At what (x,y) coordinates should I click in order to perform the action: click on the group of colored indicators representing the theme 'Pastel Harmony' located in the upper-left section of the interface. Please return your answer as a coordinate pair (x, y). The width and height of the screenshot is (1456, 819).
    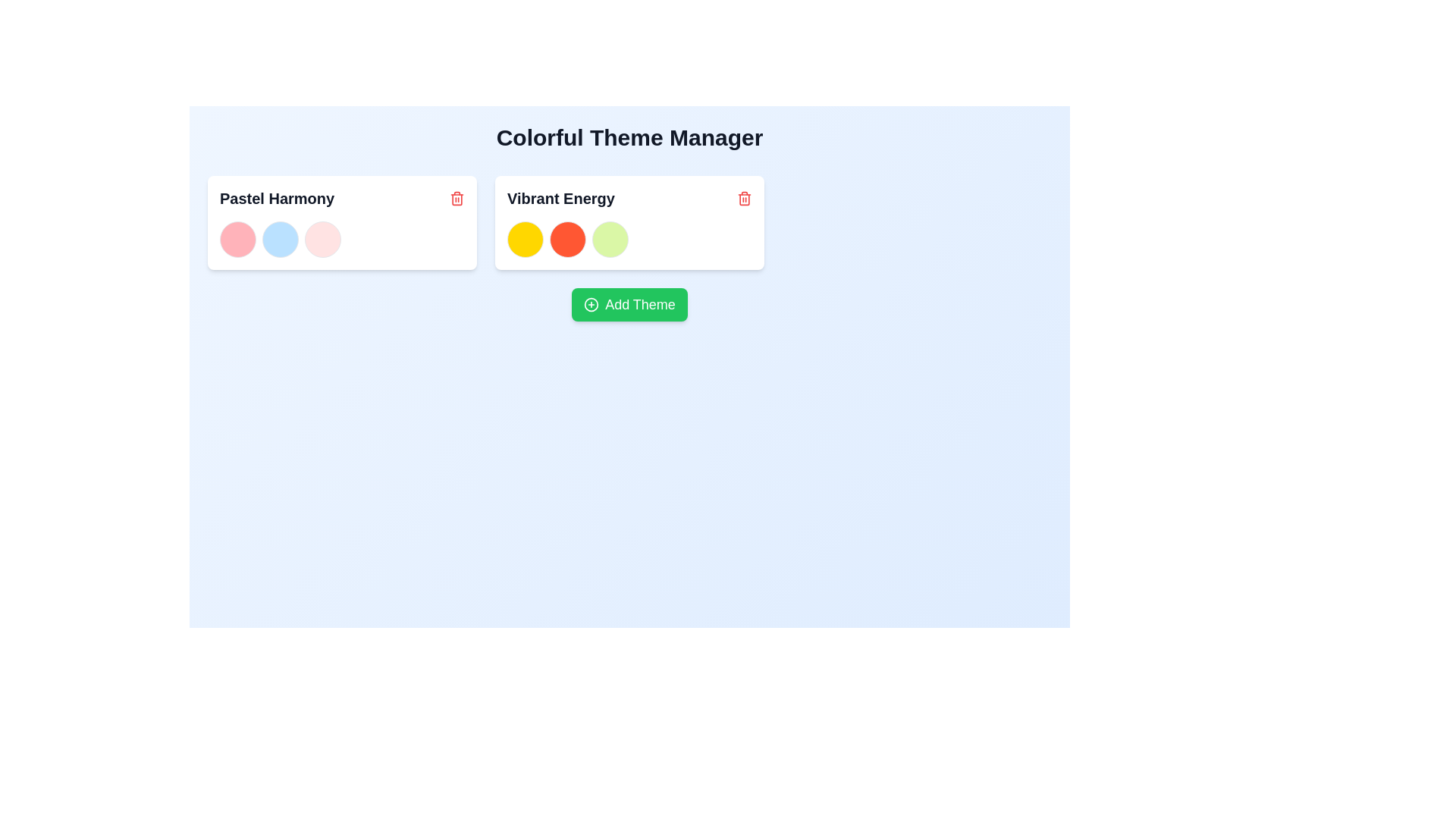
    Looking at the image, I should click on (341, 239).